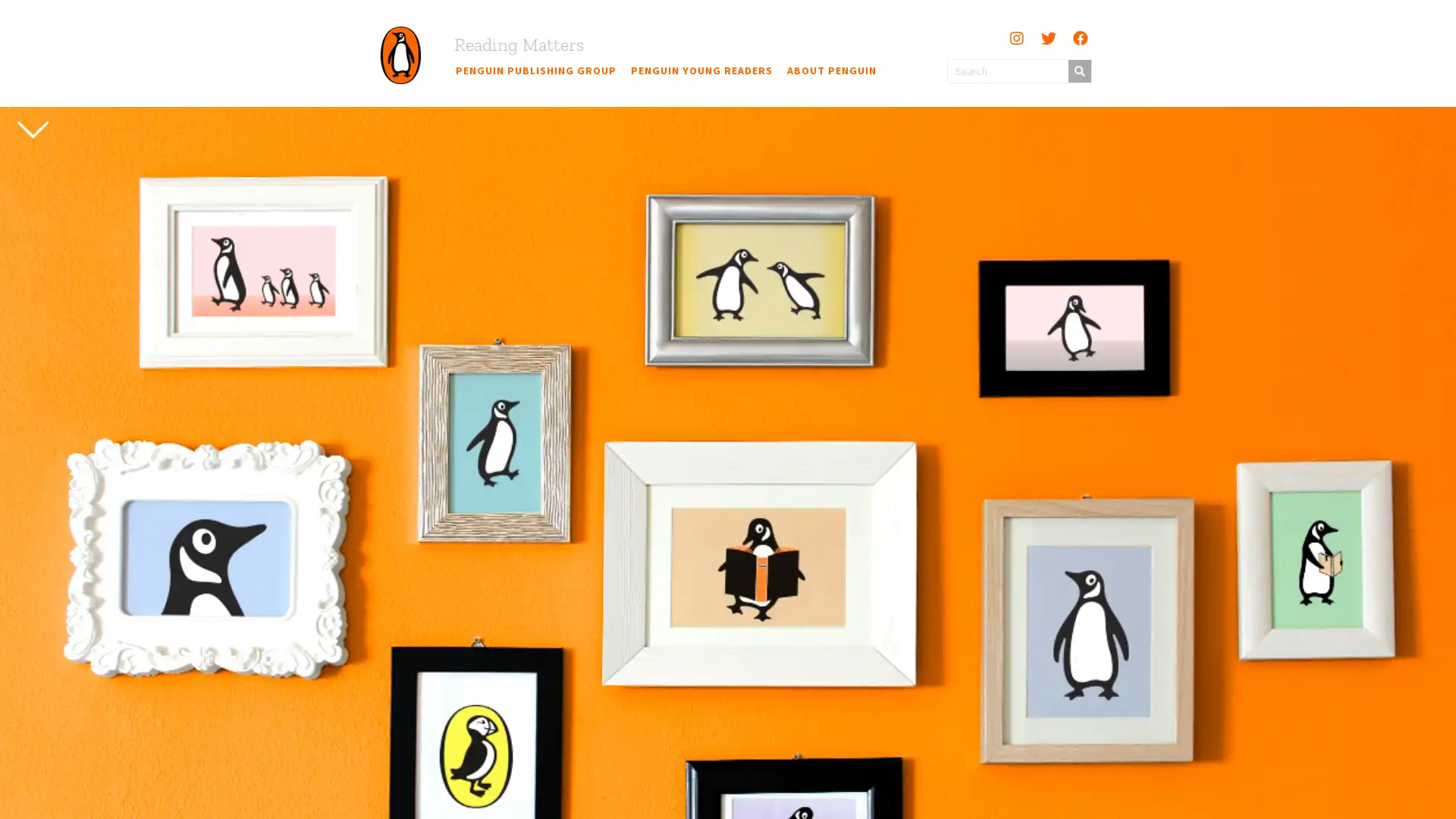  I want to click on Search, so click(1078, 70).